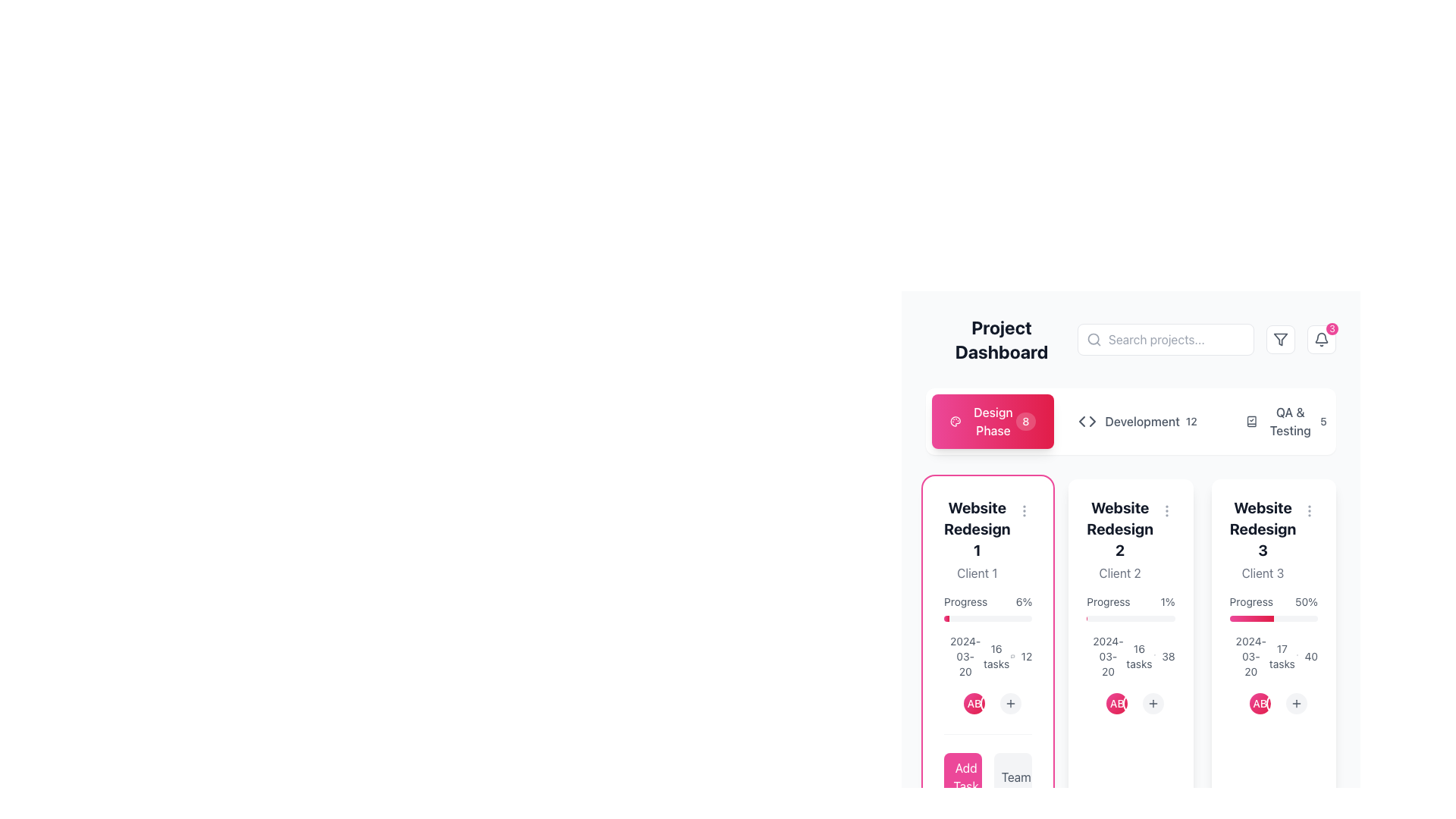  Describe the element at coordinates (1153, 704) in the screenshot. I see `the small plus icon button with a hollow center located within a circular button at the bottom of the 'Website Redesign 2' card` at that location.